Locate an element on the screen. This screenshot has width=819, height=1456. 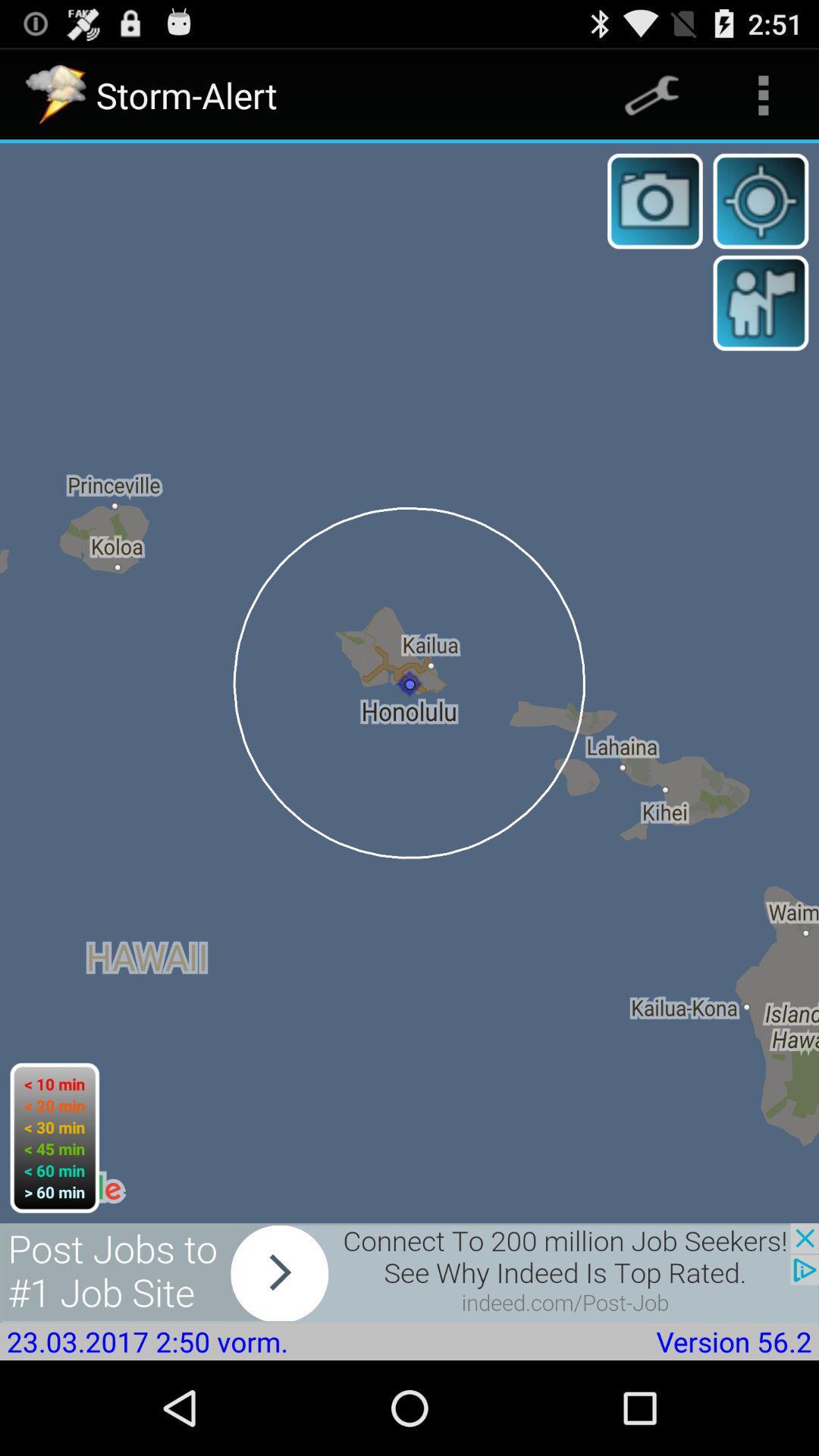
the photo icon is located at coordinates (654, 215).